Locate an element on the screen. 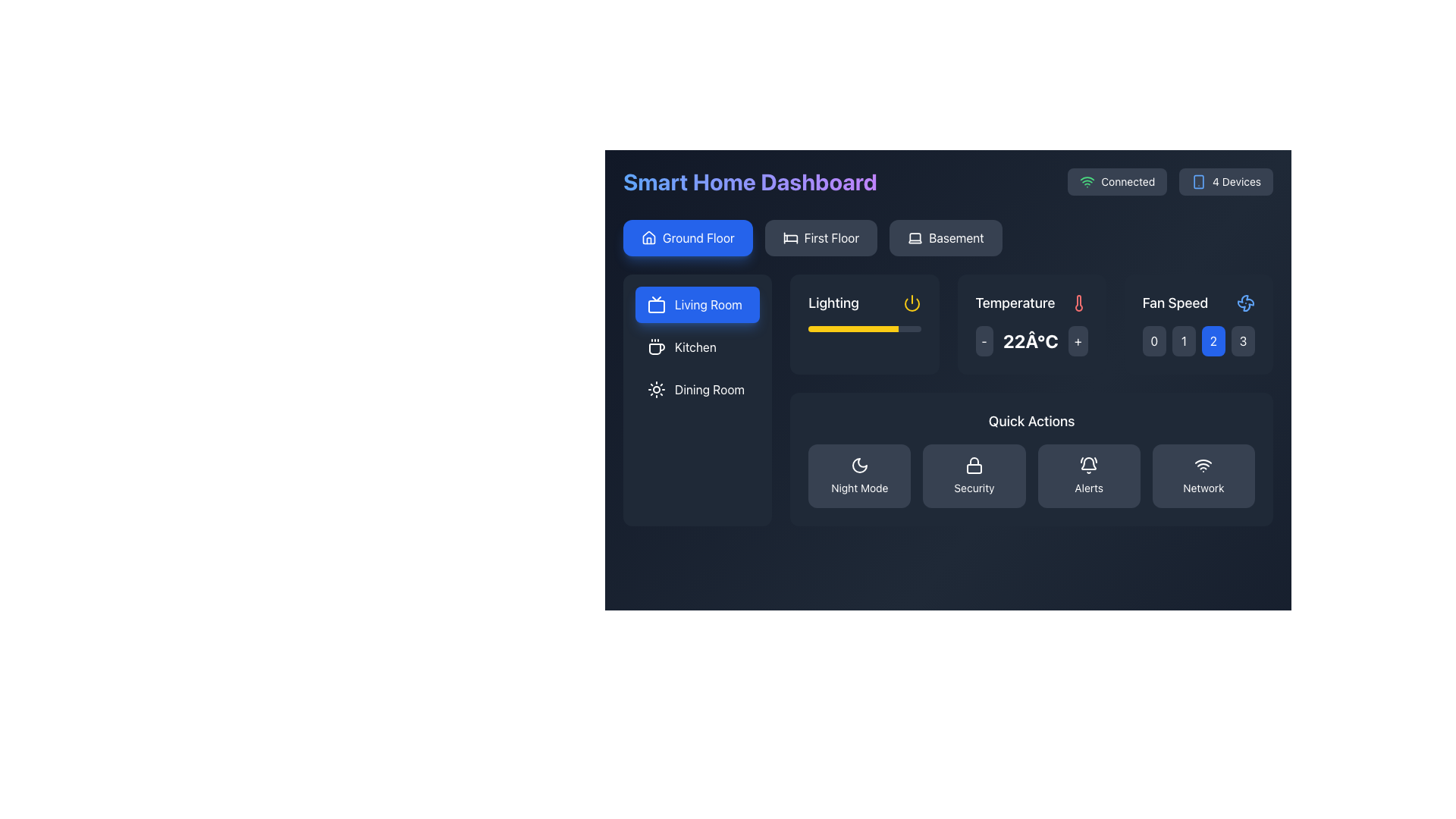  navigation label 'Kitchen' which is the second item in the vertical navigation menu, located centrally between the 'Living Room' and 'Dining Room' options is located at coordinates (695, 347).